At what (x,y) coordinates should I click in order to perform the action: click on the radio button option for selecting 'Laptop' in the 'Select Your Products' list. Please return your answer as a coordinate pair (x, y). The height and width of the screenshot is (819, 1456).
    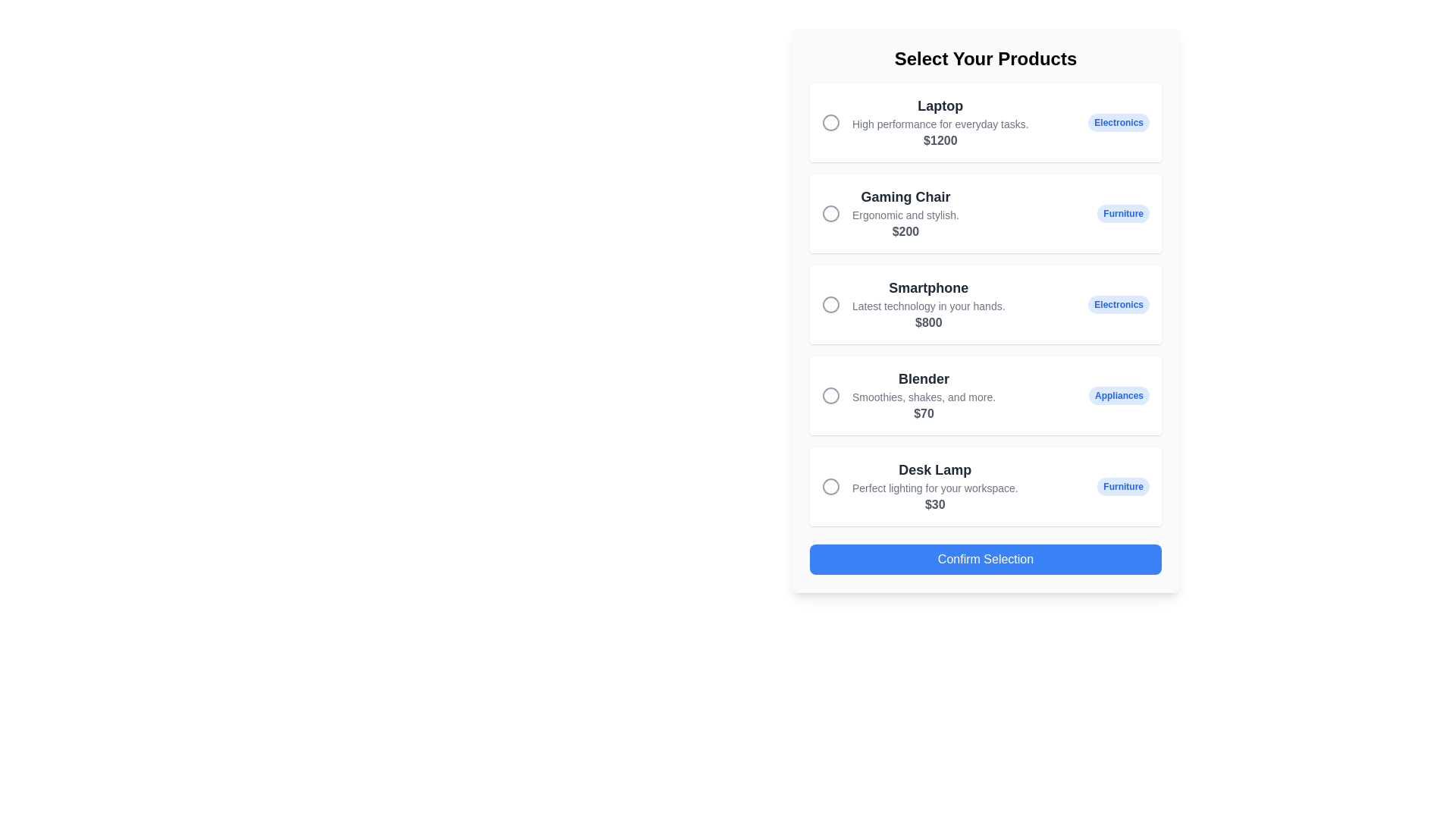
    Looking at the image, I should click on (830, 122).